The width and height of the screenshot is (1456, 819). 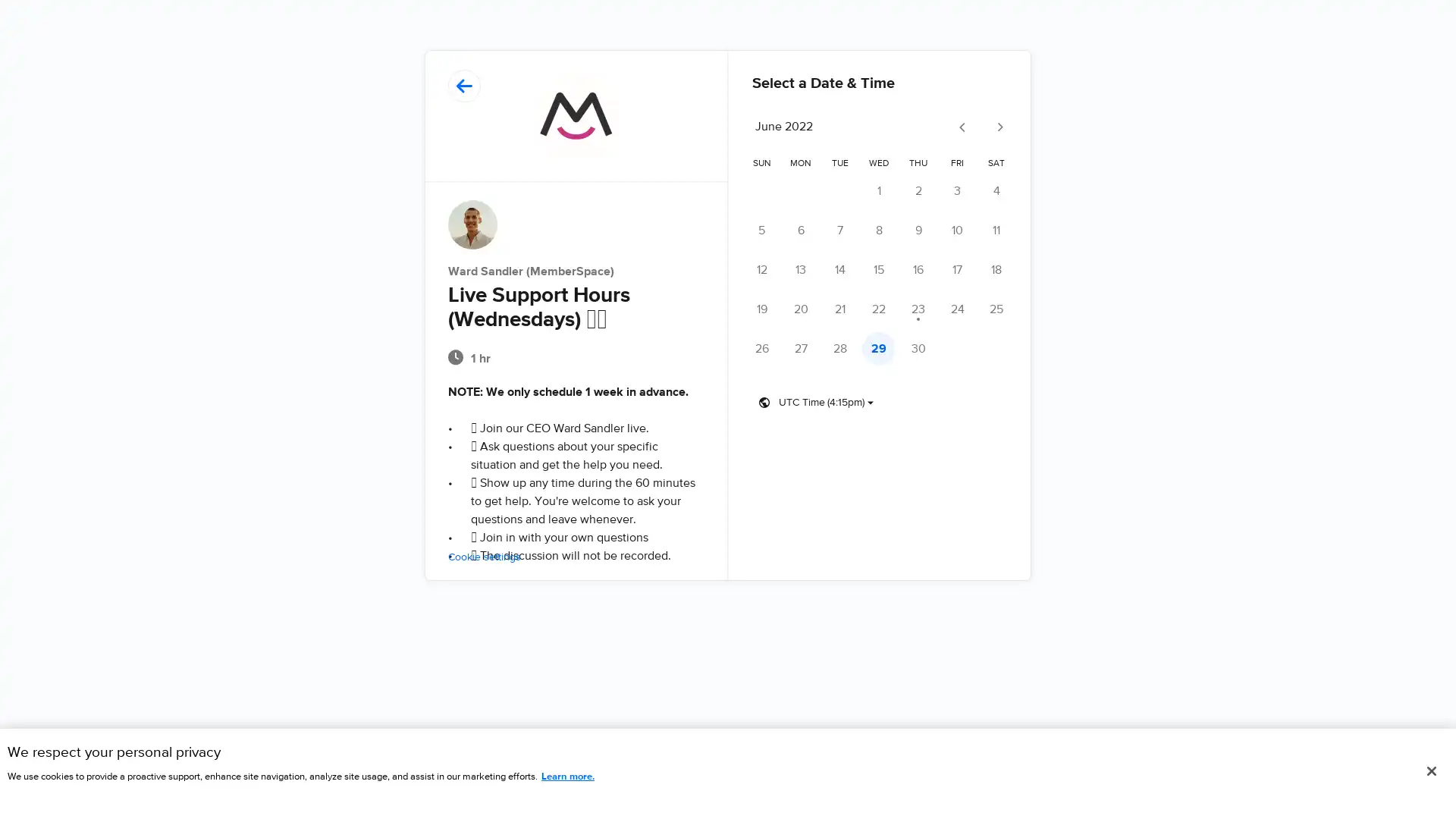 I want to click on Thursday, June 23 - No times available, so click(x=917, y=309).